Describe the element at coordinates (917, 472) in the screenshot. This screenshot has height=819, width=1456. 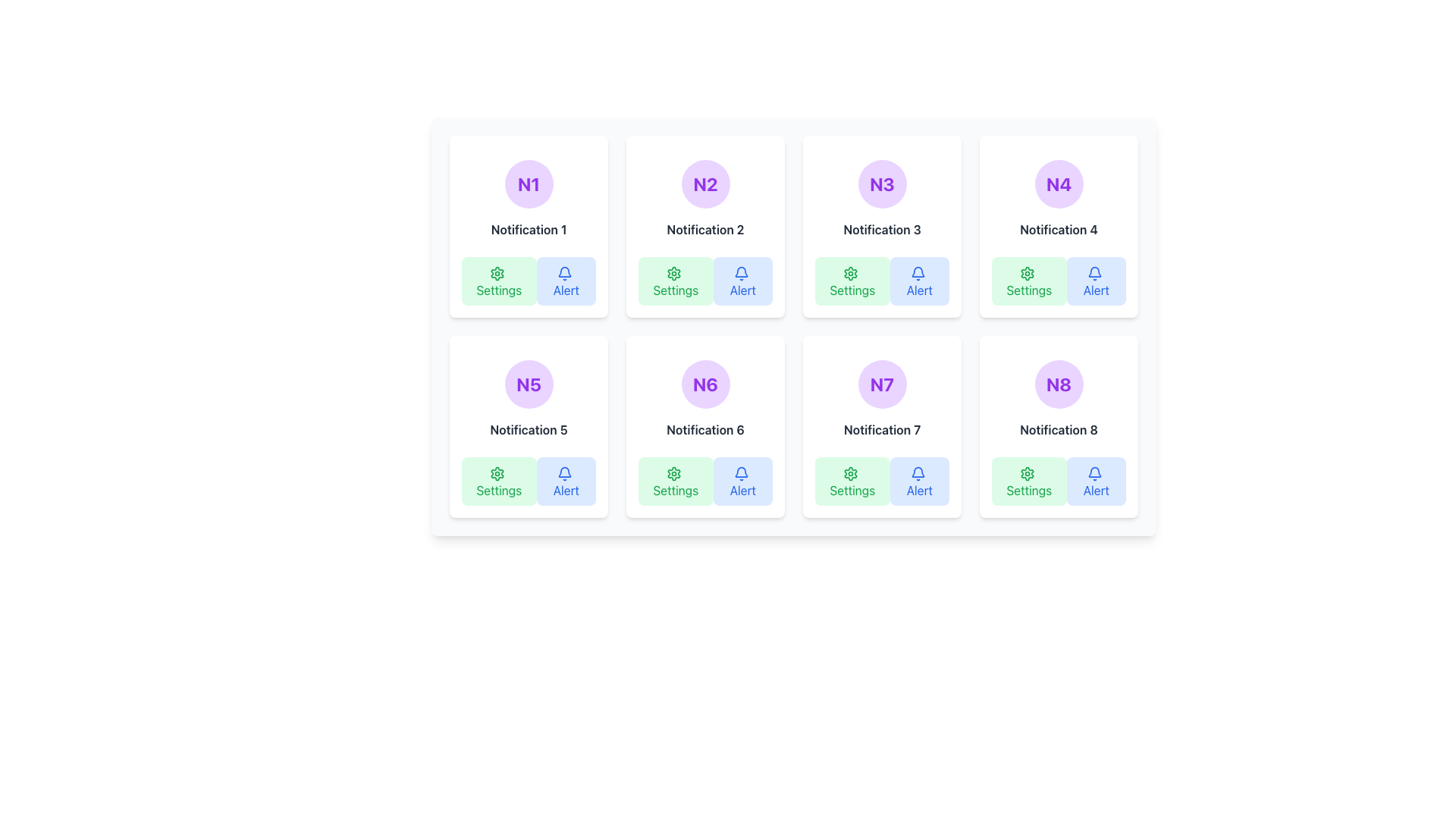
I see `the bell icon in the 'Alert' button located at the bottom-right section of the 'Notification 7' card, which serves as a visual indicator for alerts and notifications` at that location.